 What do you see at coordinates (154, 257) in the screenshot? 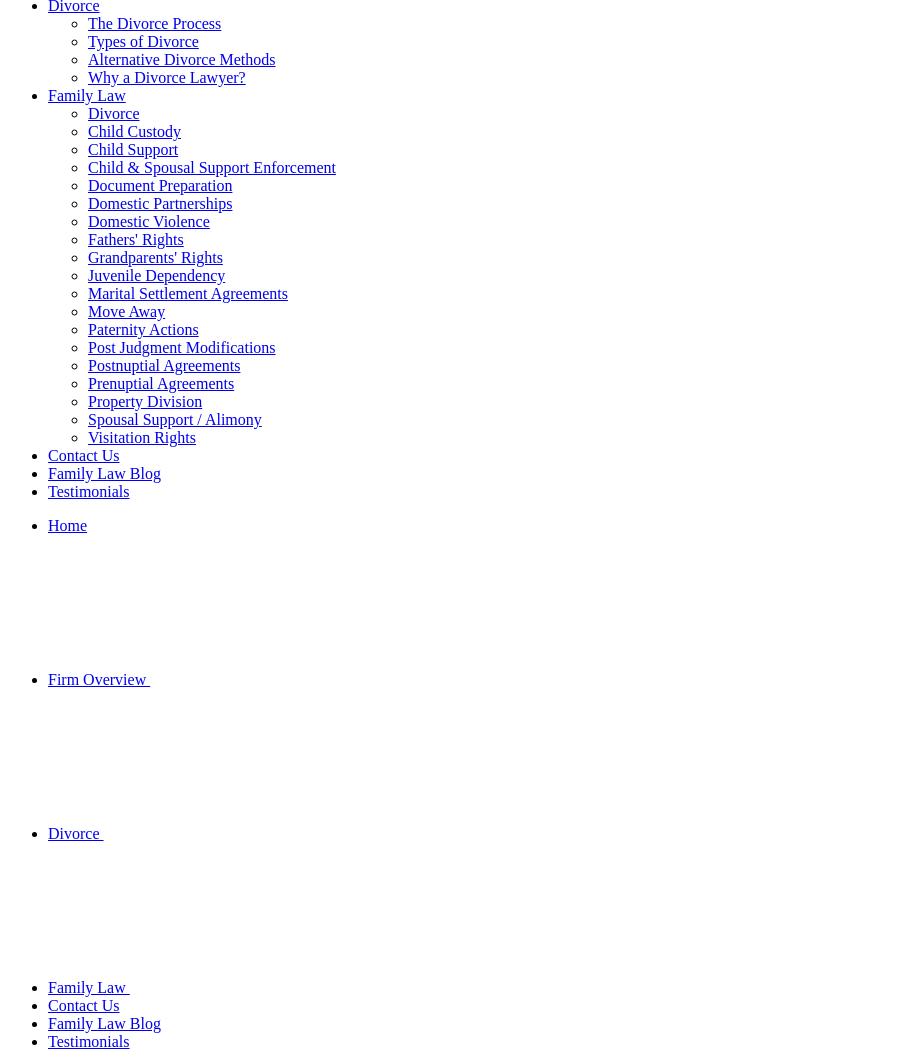
I see `'Grandparents' Rights'` at bounding box center [154, 257].